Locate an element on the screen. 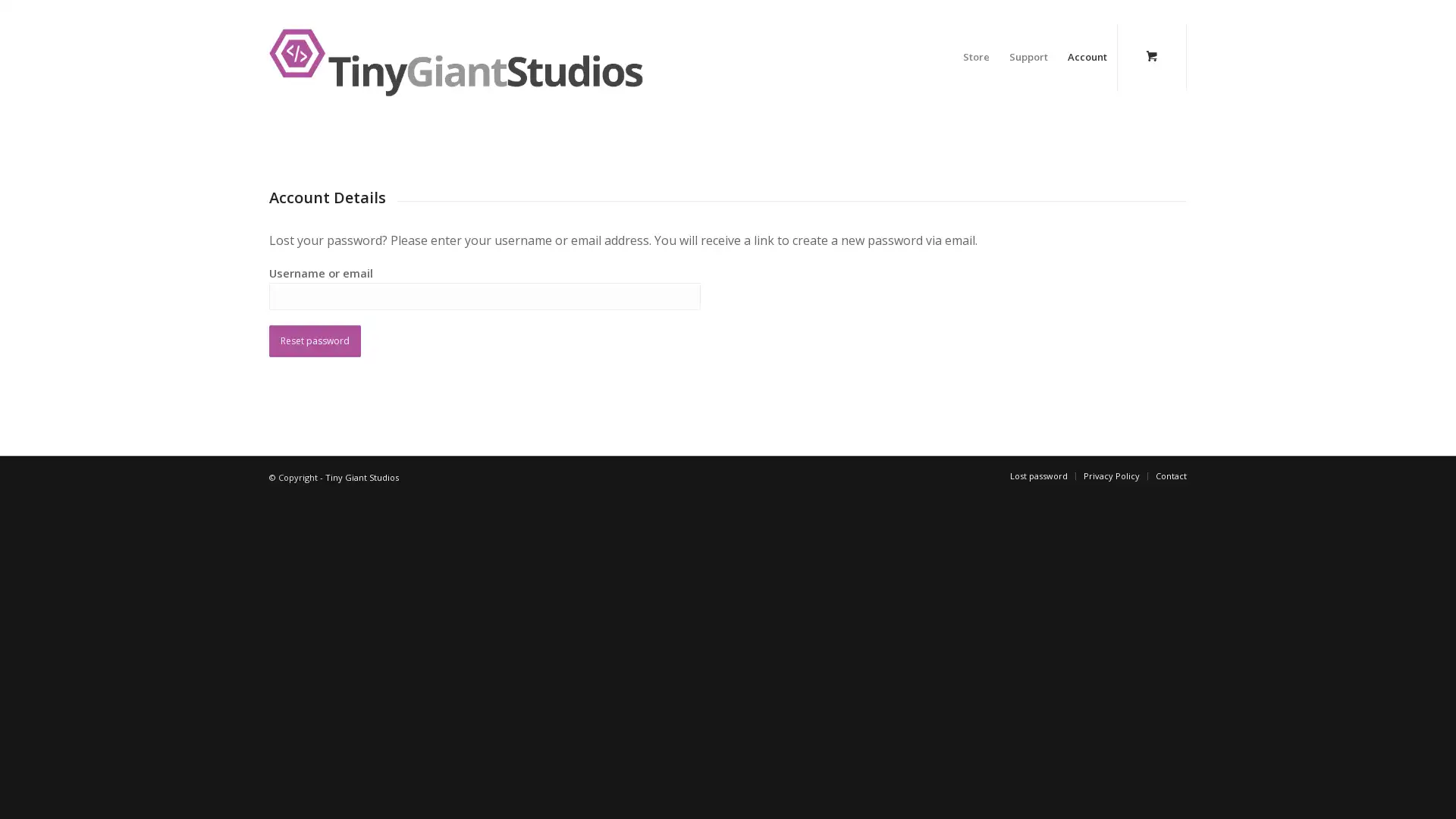 The height and width of the screenshot is (819, 1456). Reset password is located at coordinates (314, 522).